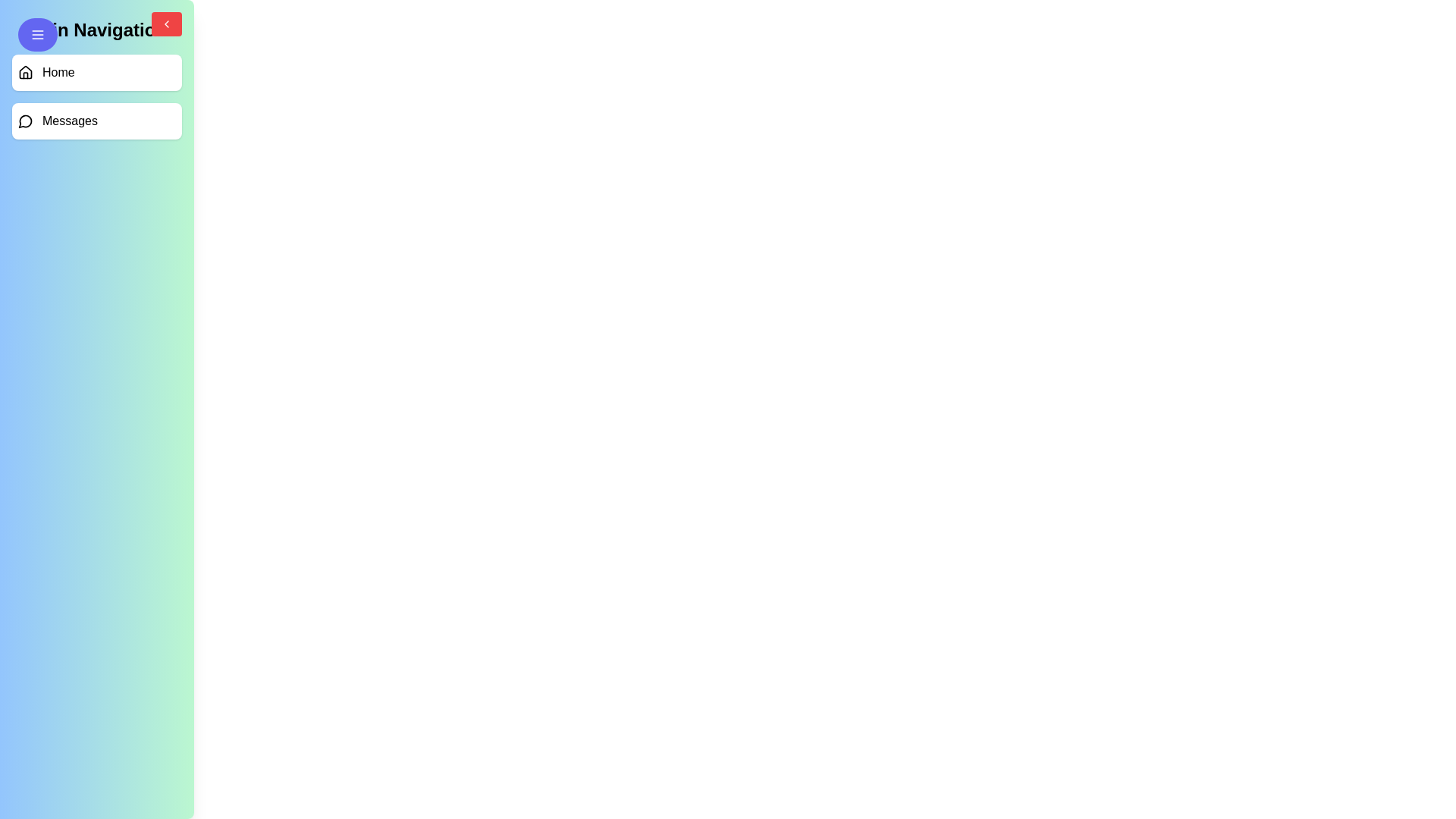 The image size is (1456, 819). What do you see at coordinates (25, 72) in the screenshot?
I see `the house icon in the vertical navigation menu, which is the leftmost element of the 'Home' option` at bounding box center [25, 72].